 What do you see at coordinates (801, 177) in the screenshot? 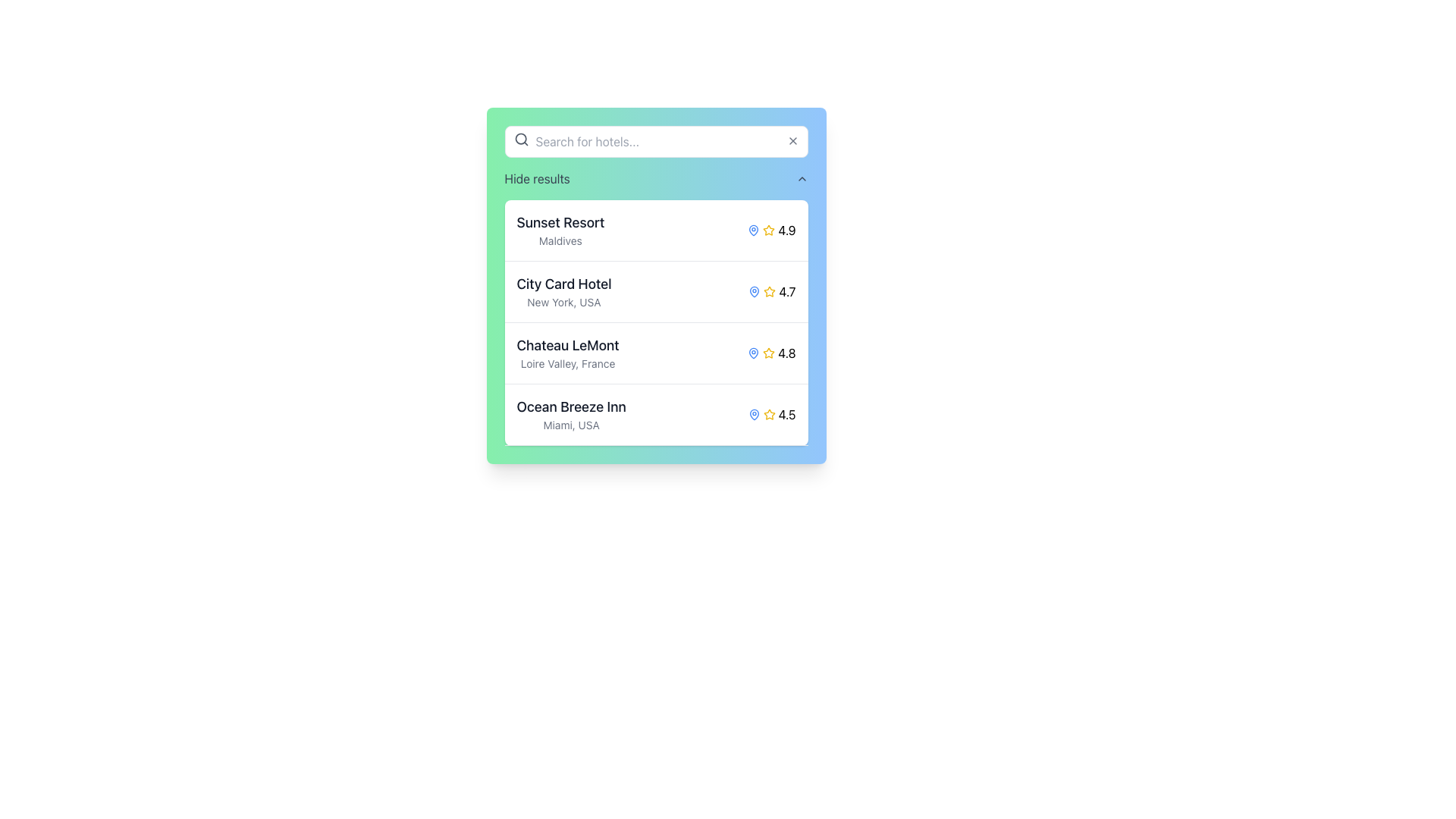
I see `the chevron icon located at the far right side of the header within the card component` at bounding box center [801, 177].